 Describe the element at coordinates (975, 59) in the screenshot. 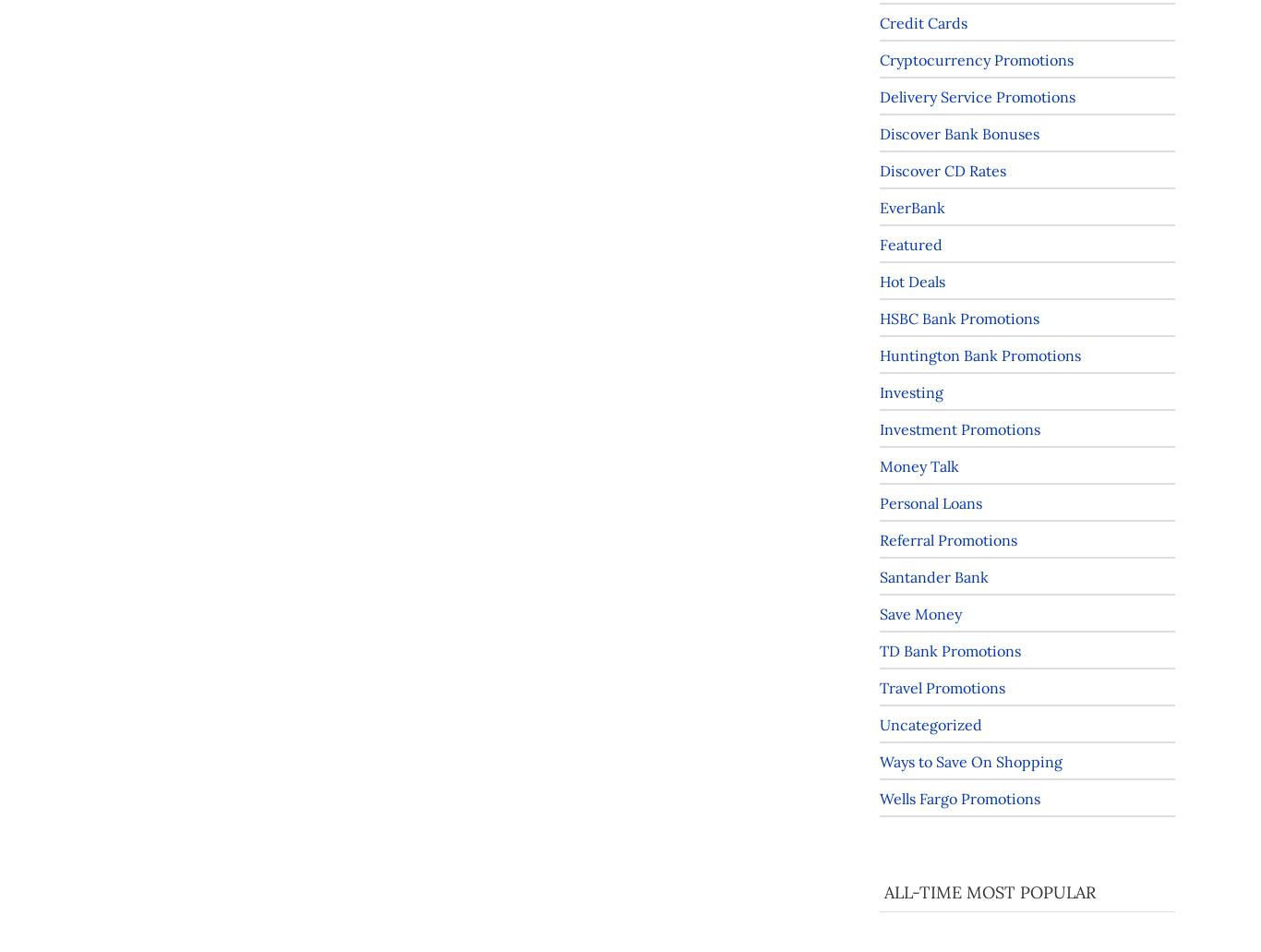

I see `'Cryptocurrency Promotions'` at that location.